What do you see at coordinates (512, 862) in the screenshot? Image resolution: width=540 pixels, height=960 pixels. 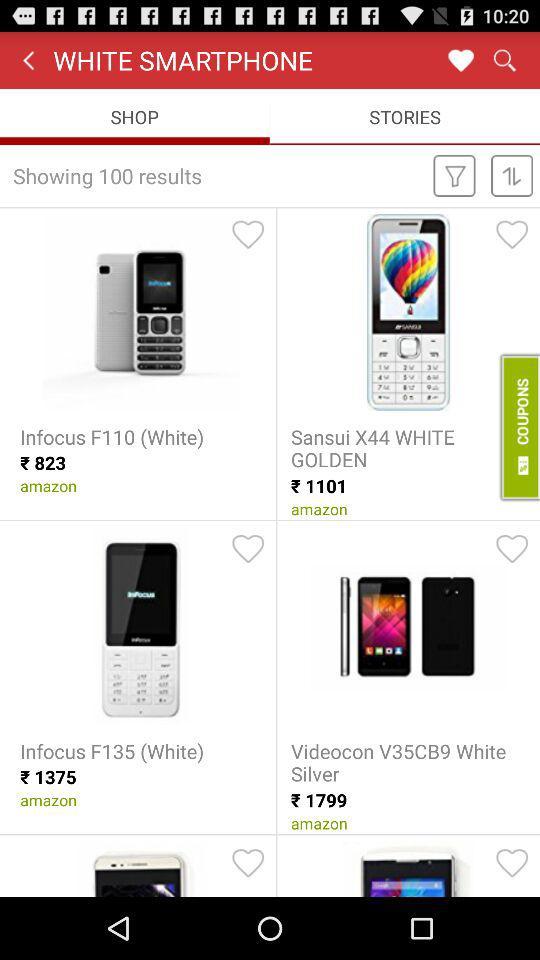 I see `to favorite` at bounding box center [512, 862].